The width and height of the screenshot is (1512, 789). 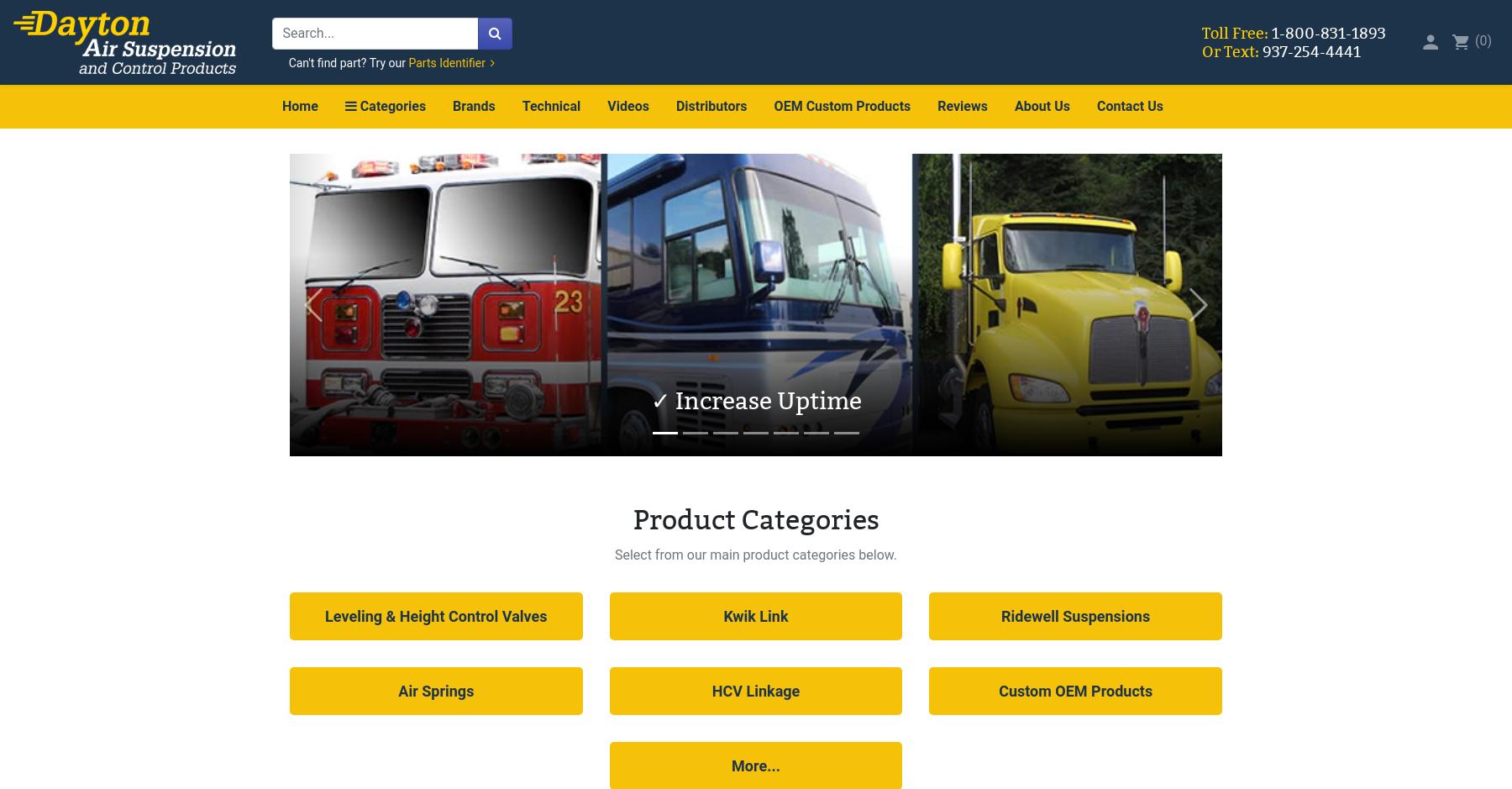 I want to click on 'Toll Free:', so click(x=1234, y=31).